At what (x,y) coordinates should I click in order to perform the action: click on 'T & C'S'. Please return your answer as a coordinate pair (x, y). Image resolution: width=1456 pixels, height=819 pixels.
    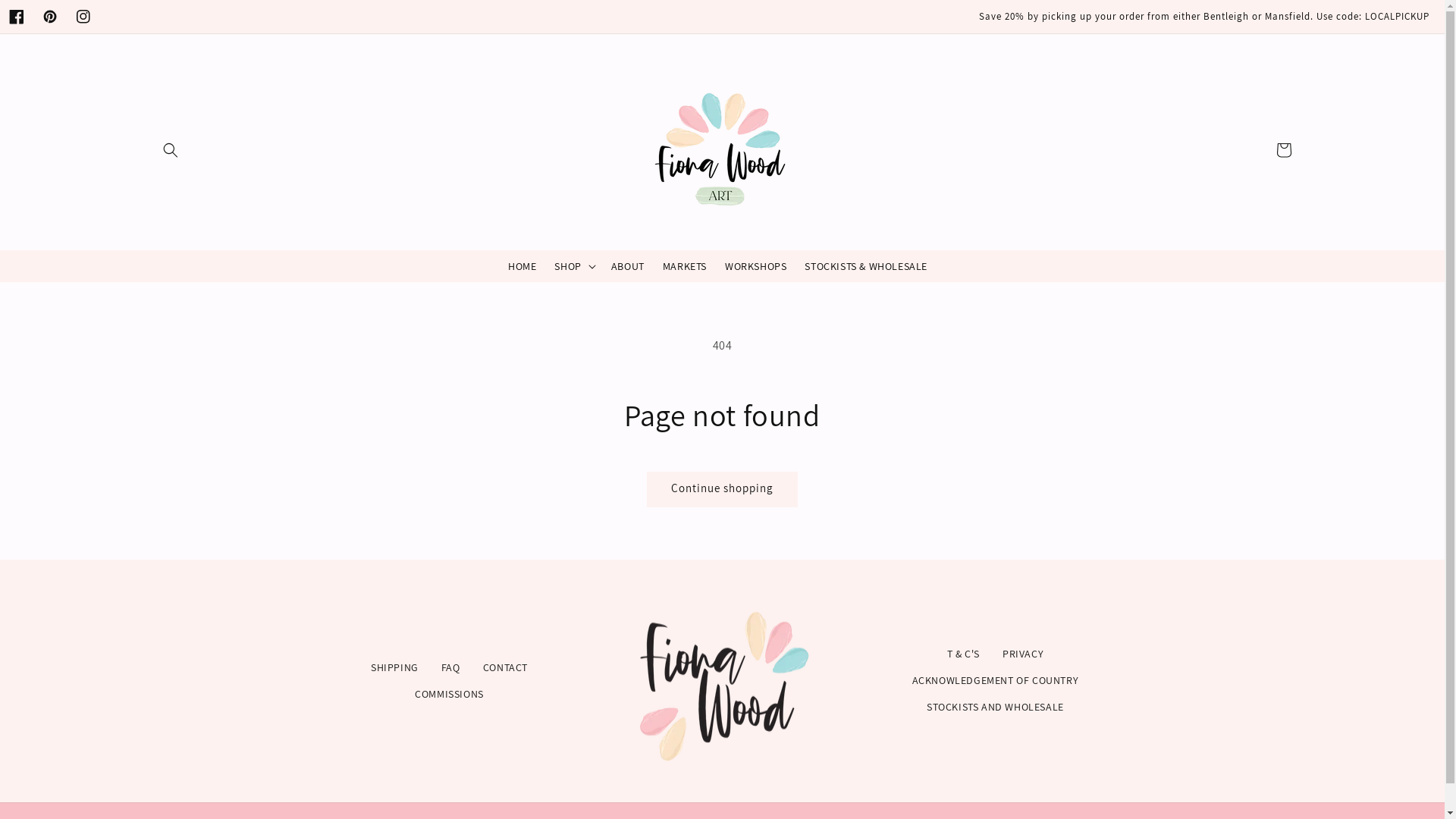
    Looking at the image, I should click on (962, 653).